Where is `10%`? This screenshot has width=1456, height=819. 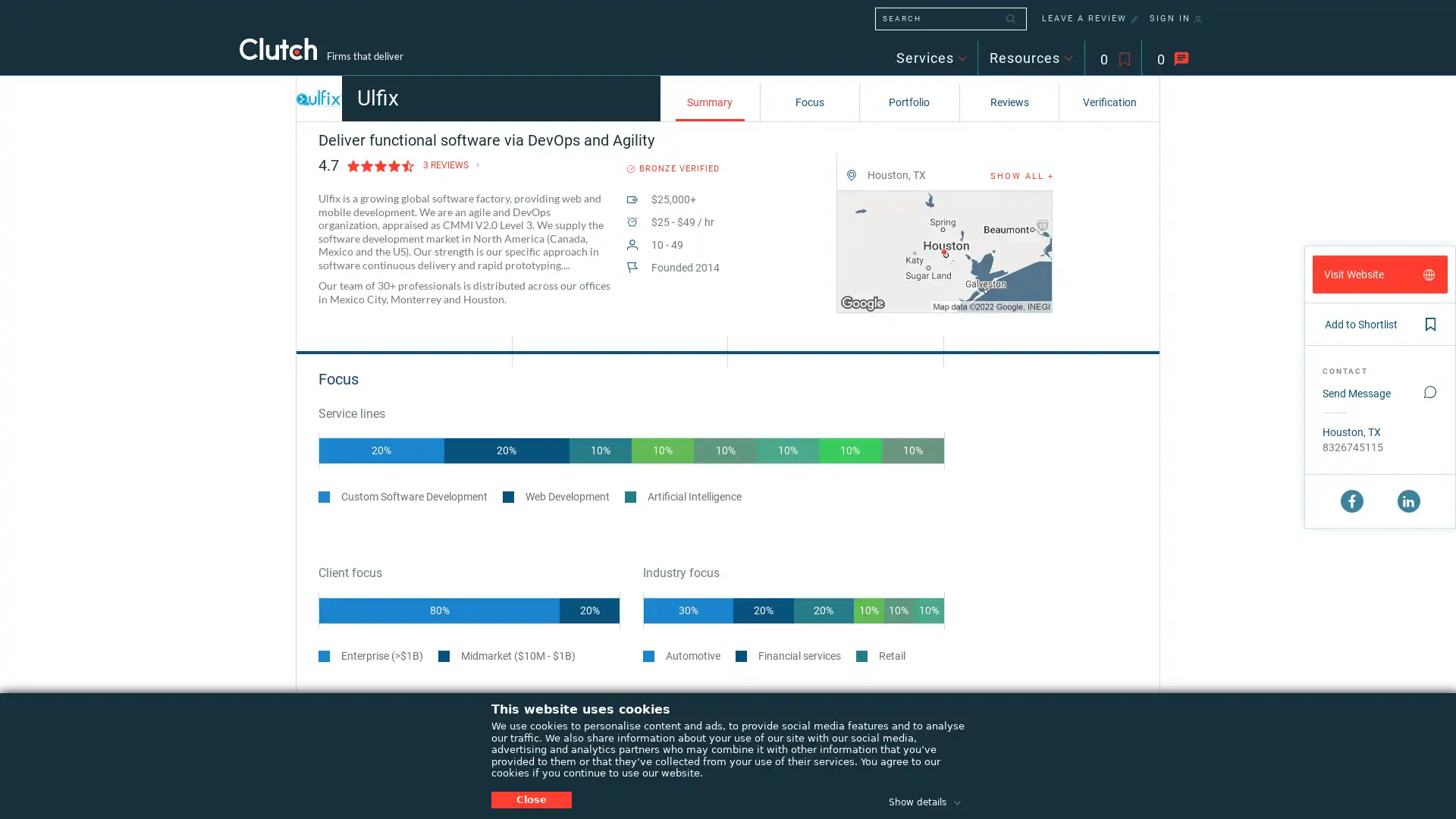 10% is located at coordinates (912, 450).